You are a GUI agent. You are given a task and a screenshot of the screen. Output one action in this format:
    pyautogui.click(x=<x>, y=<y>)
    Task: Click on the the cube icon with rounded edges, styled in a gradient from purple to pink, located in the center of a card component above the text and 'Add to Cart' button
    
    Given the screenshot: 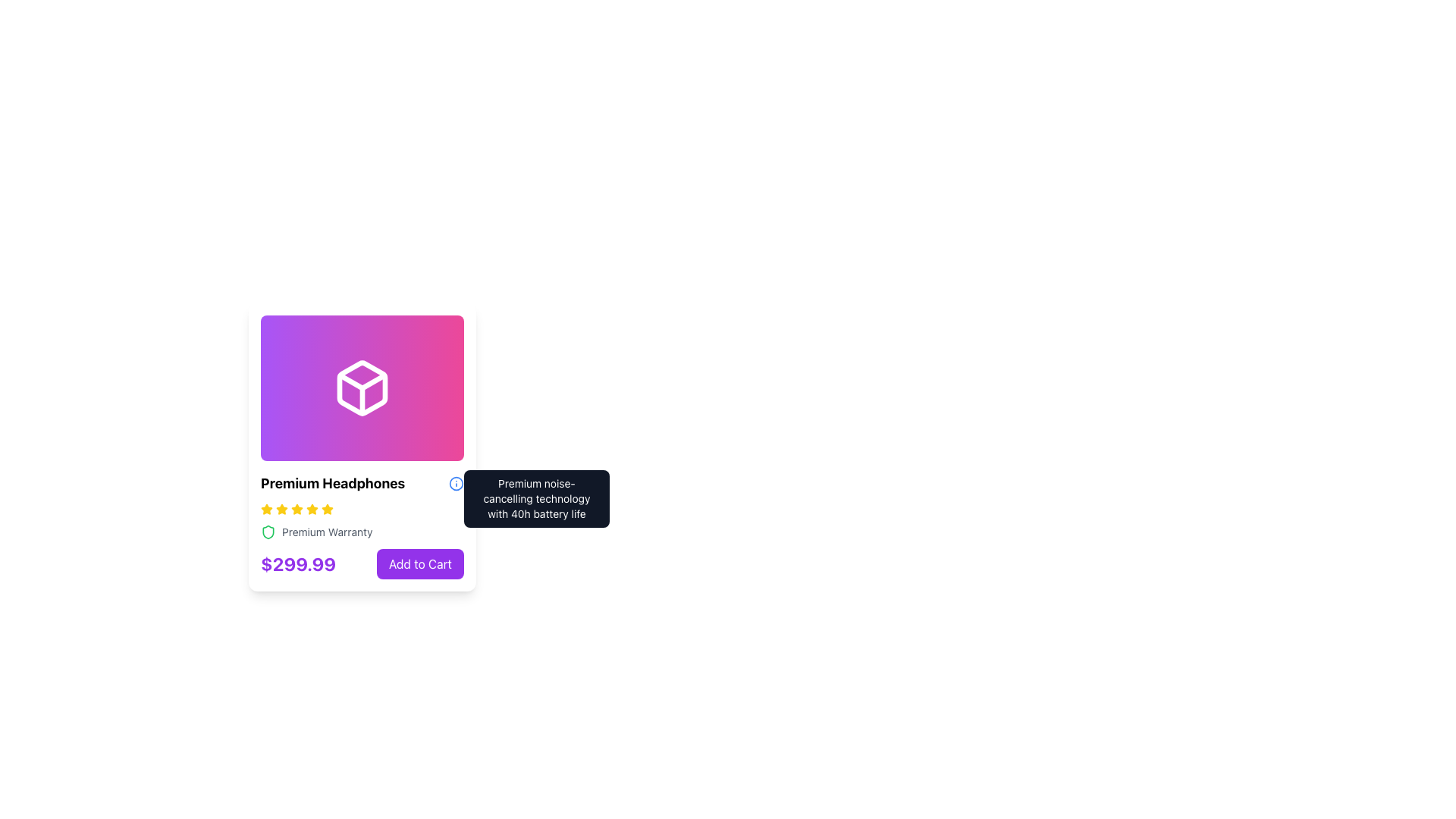 What is the action you would take?
    pyautogui.click(x=362, y=388)
    